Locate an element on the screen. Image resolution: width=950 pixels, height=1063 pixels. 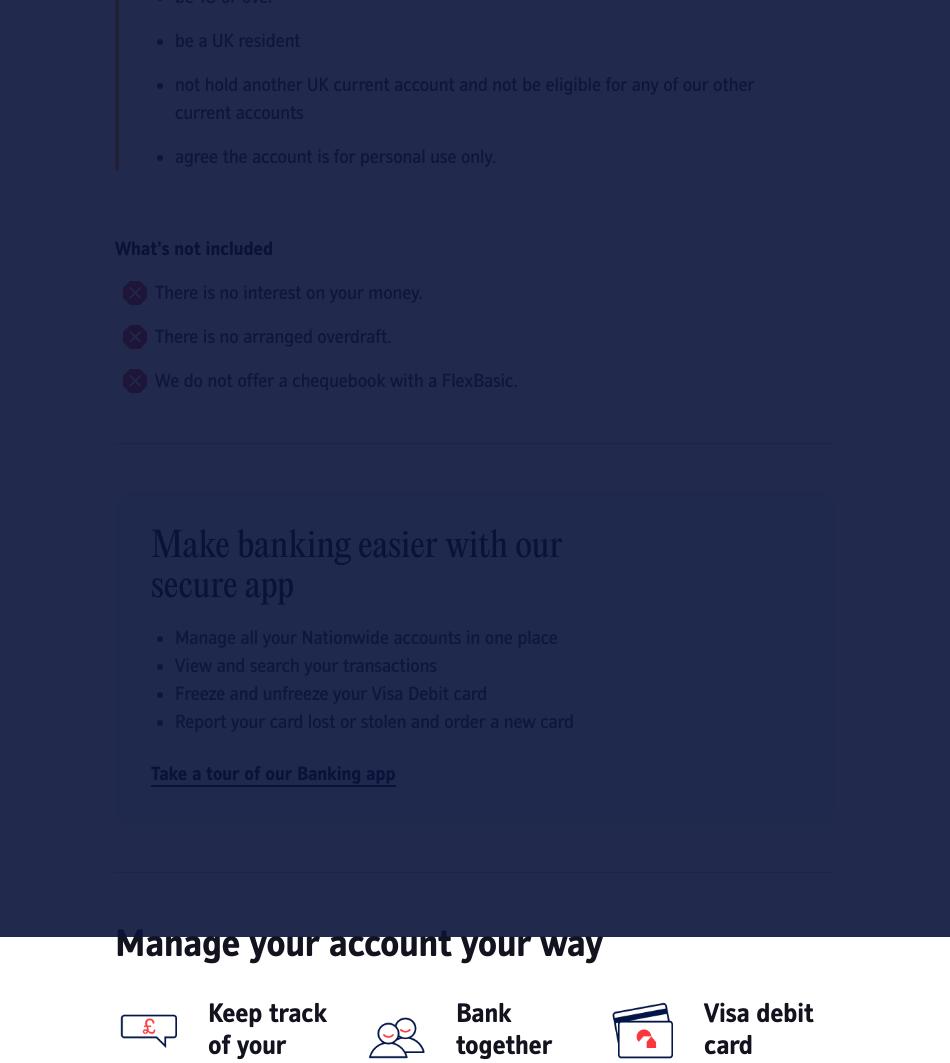
'Freeze and unfreeze your Visa Debit card' is located at coordinates (329, 693).